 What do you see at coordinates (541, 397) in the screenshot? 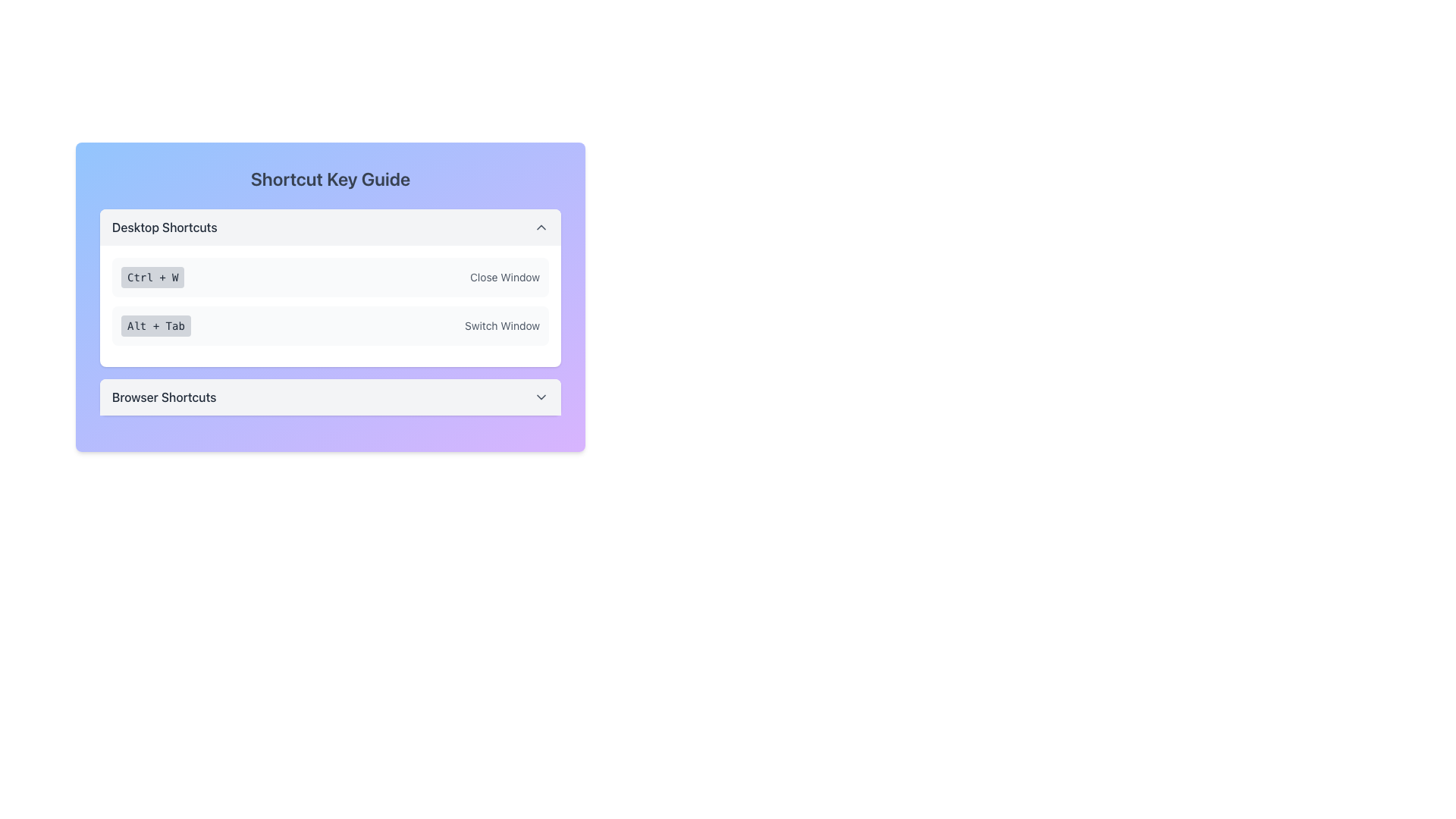
I see `the chevron-down icon located at the right side of the 'Browser Shortcuts' header, which appears in a gray tone indicating its inactive state` at bounding box center [541, 397].